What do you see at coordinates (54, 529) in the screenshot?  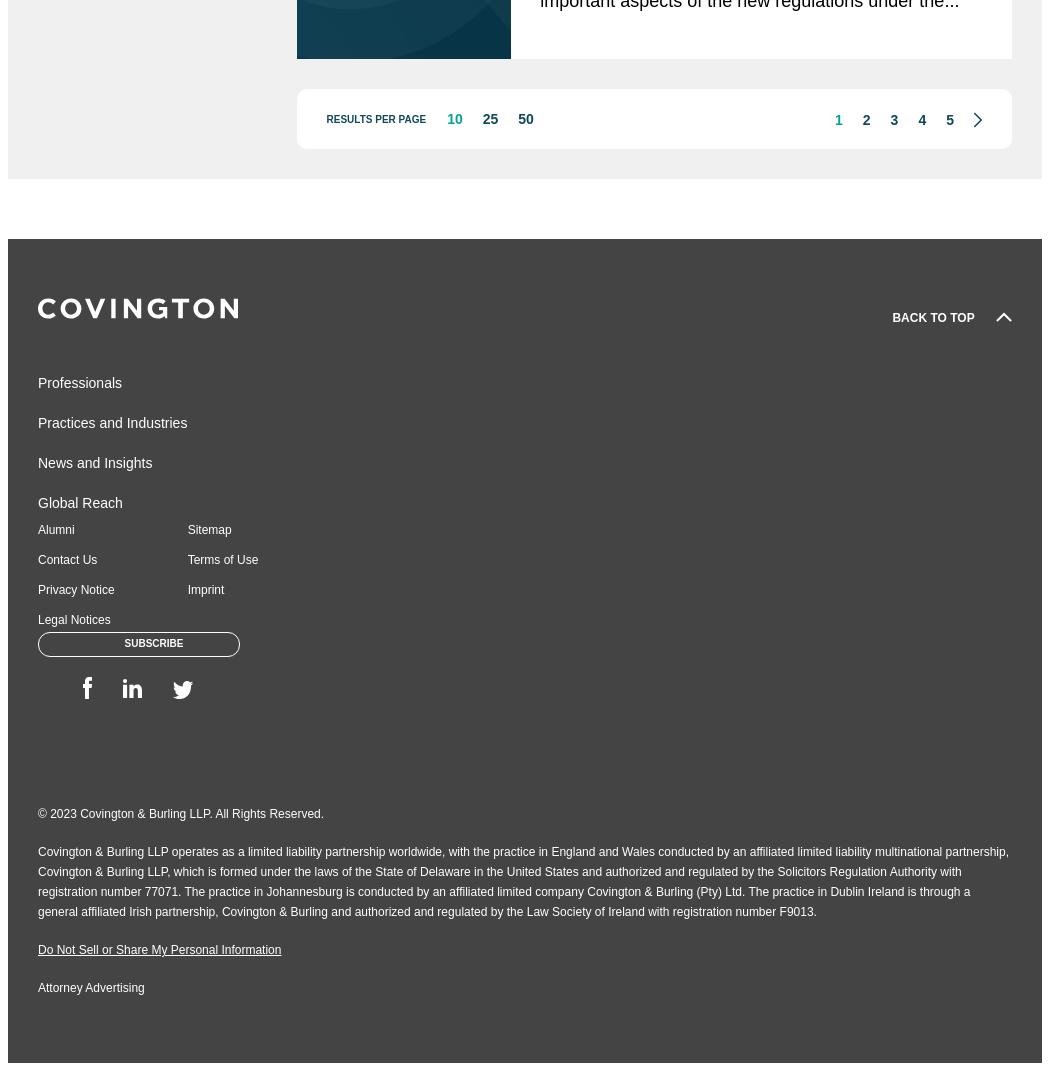 I see `'Alumni'` at bounding box center [54, 529].